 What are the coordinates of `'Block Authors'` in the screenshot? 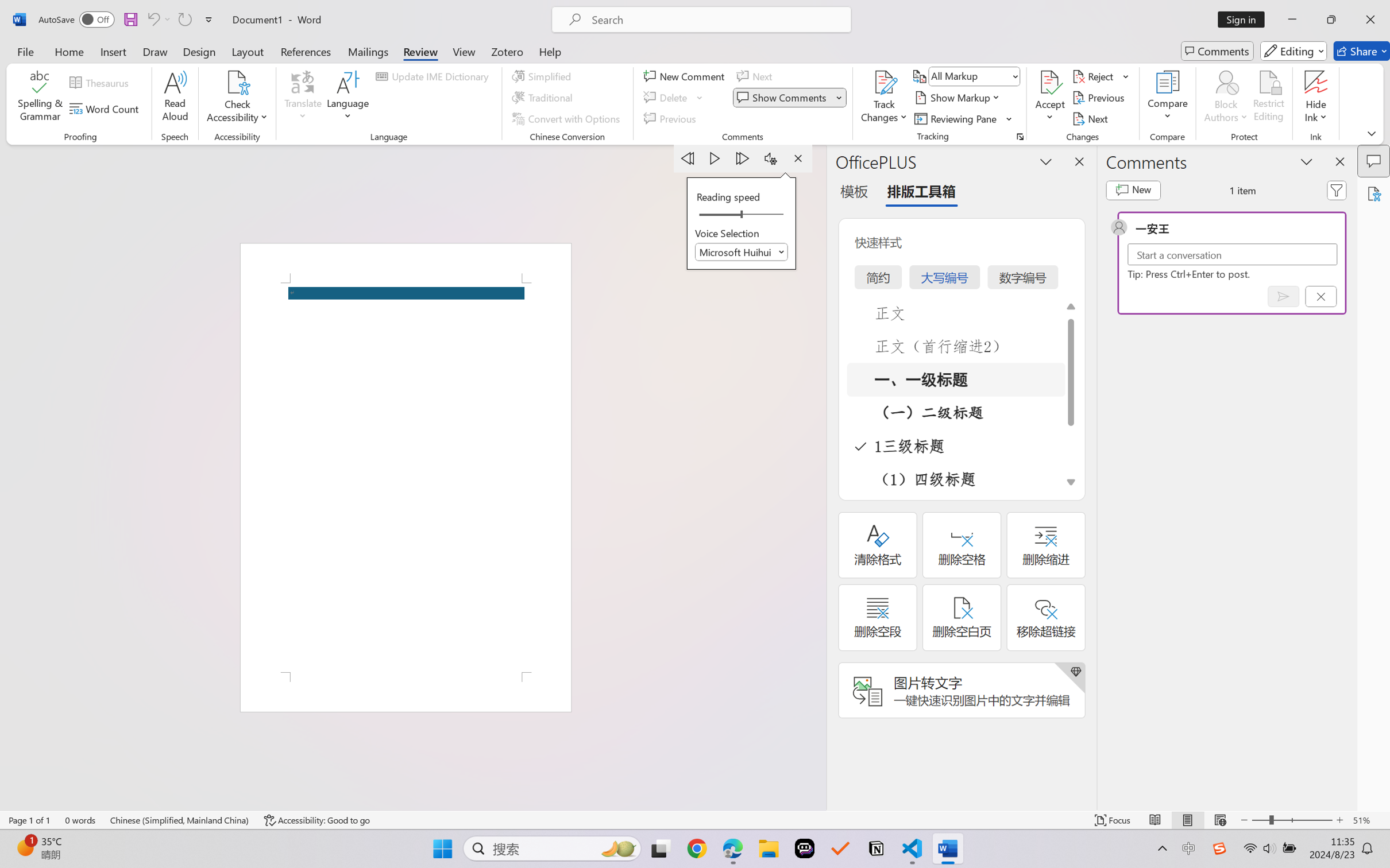 It's located at (1225, 82).